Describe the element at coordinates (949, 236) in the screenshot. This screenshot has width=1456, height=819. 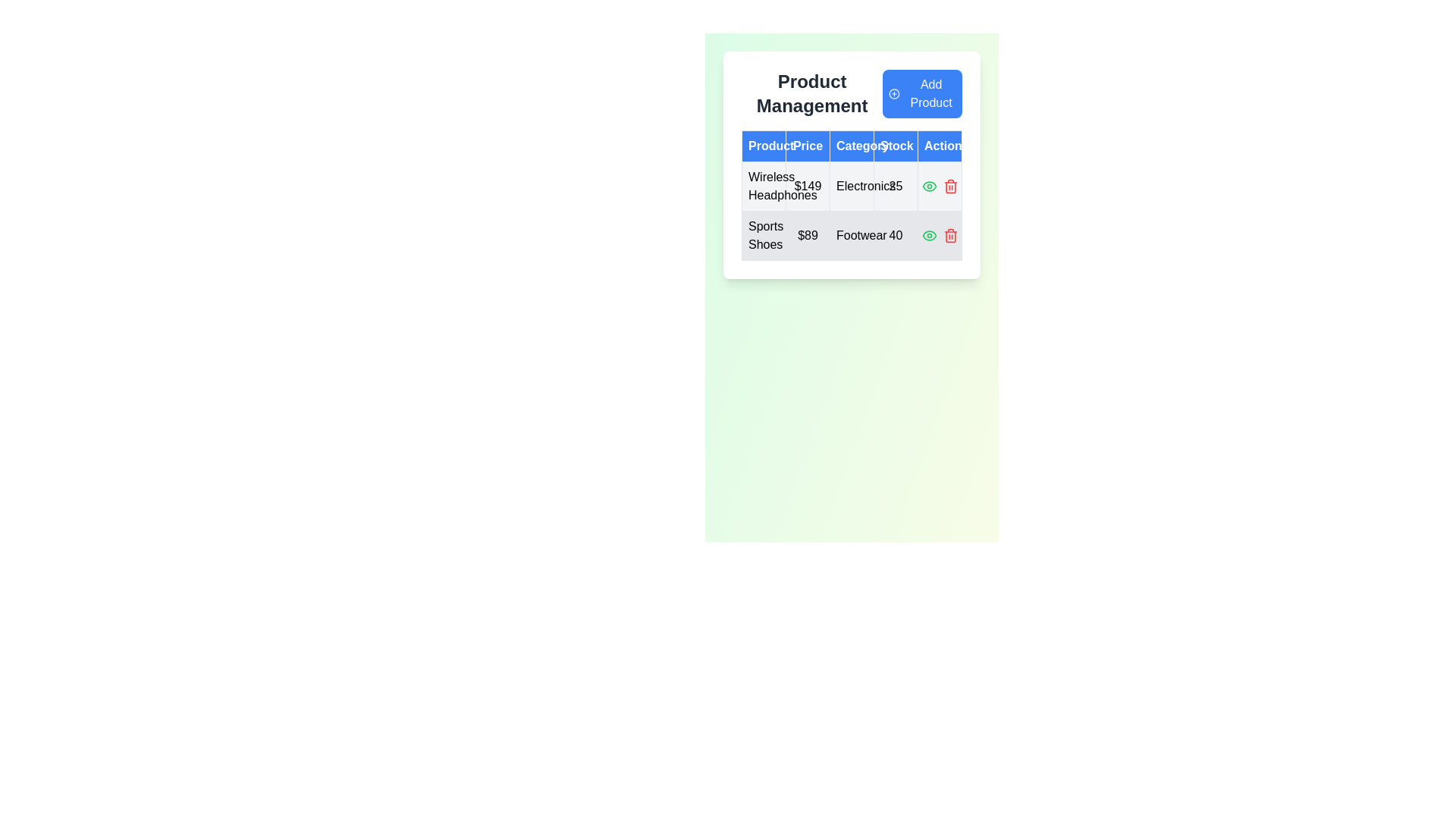
I see `the delete button icon located in the 'Actions' column of the second row of the 'Product Management' section to initiate a delete operation for the 'Sports Shoes' product entry` at that location.